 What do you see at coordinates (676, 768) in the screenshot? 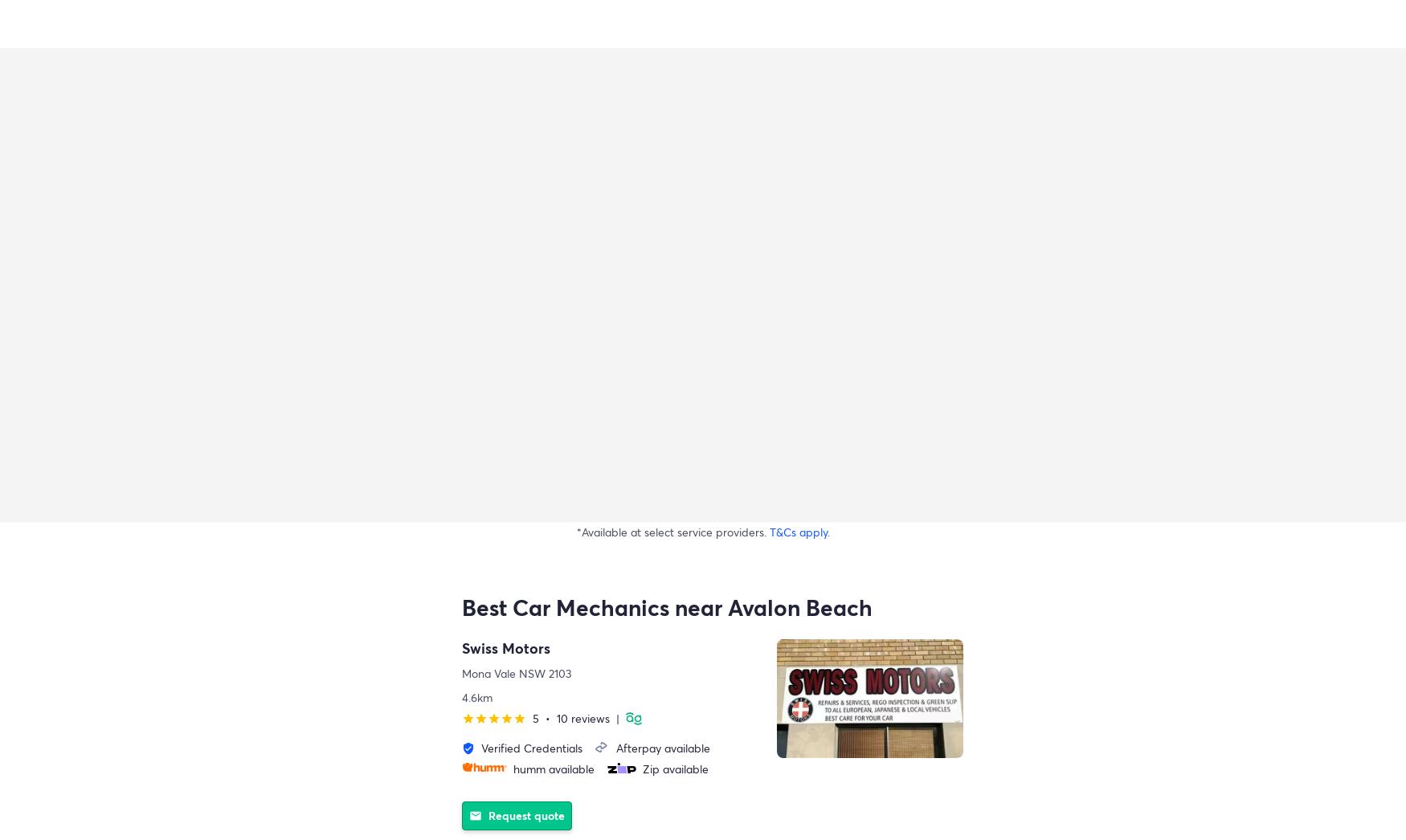
I see `'Zip available'` at bounding box center [676, 768].